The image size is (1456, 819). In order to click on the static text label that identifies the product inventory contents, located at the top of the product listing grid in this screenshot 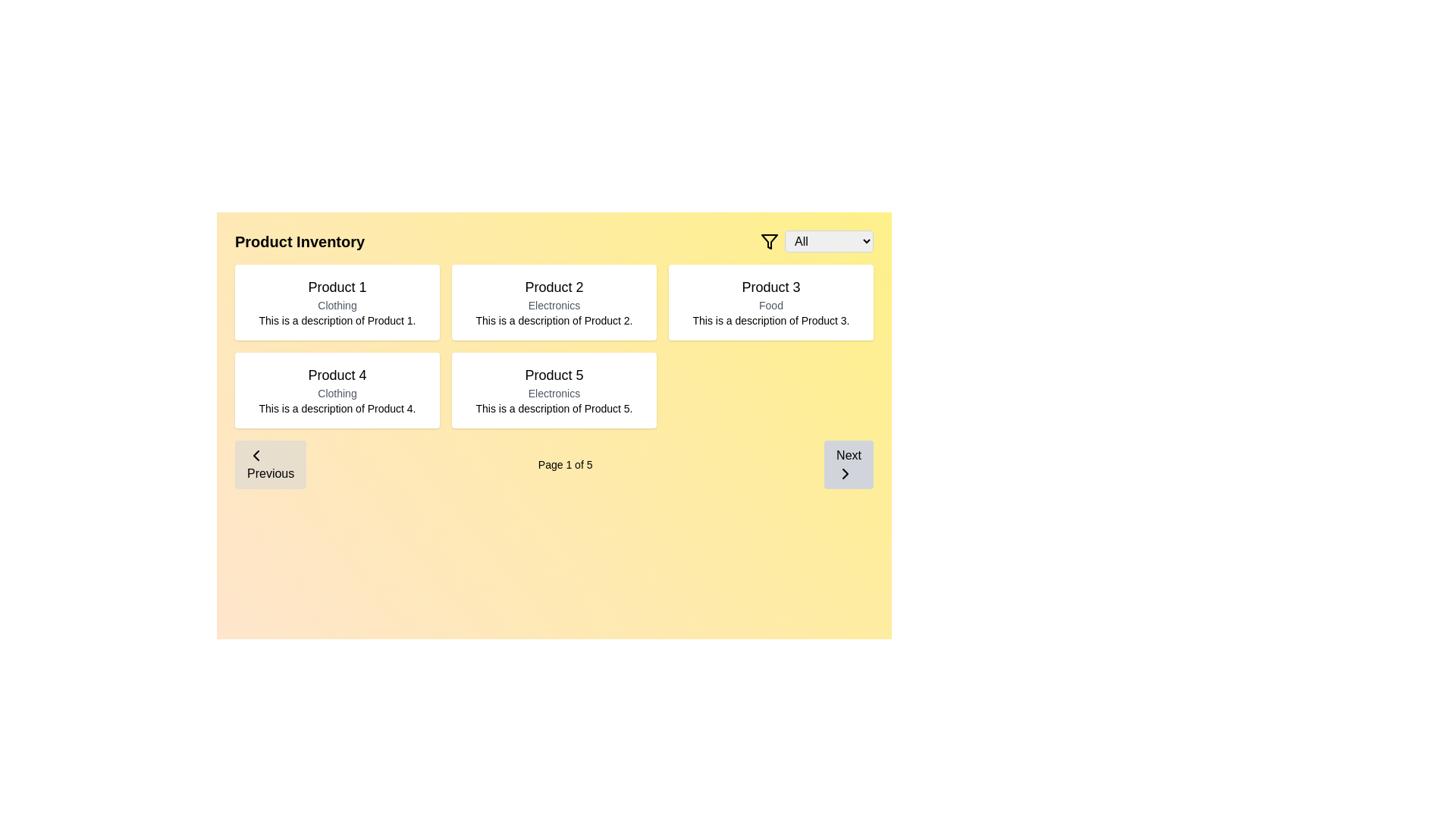, I will do `click(300, 240)`.